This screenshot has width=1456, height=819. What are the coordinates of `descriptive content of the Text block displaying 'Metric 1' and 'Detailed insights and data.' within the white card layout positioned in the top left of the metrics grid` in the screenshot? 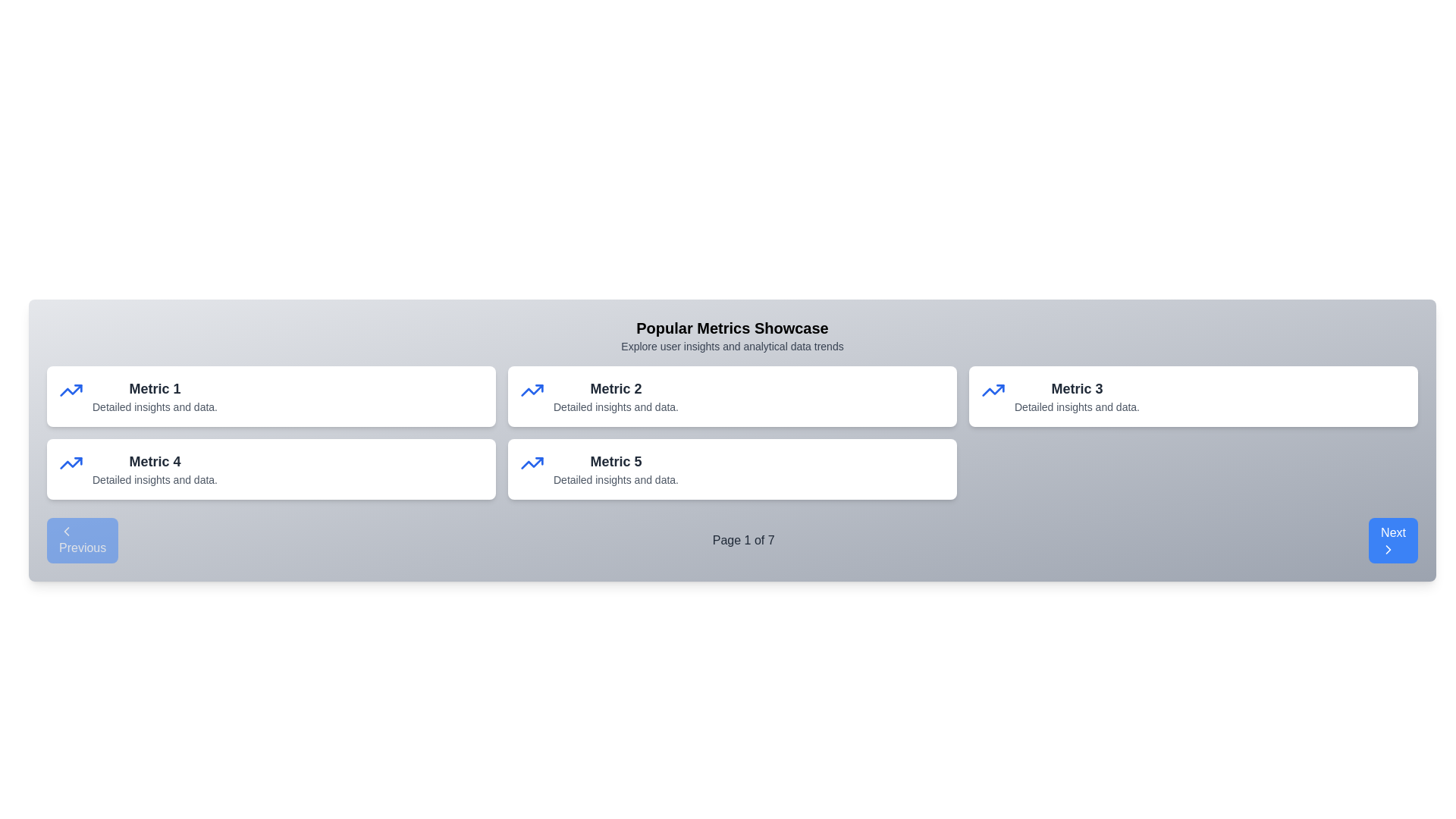 It's located at (150, 396).